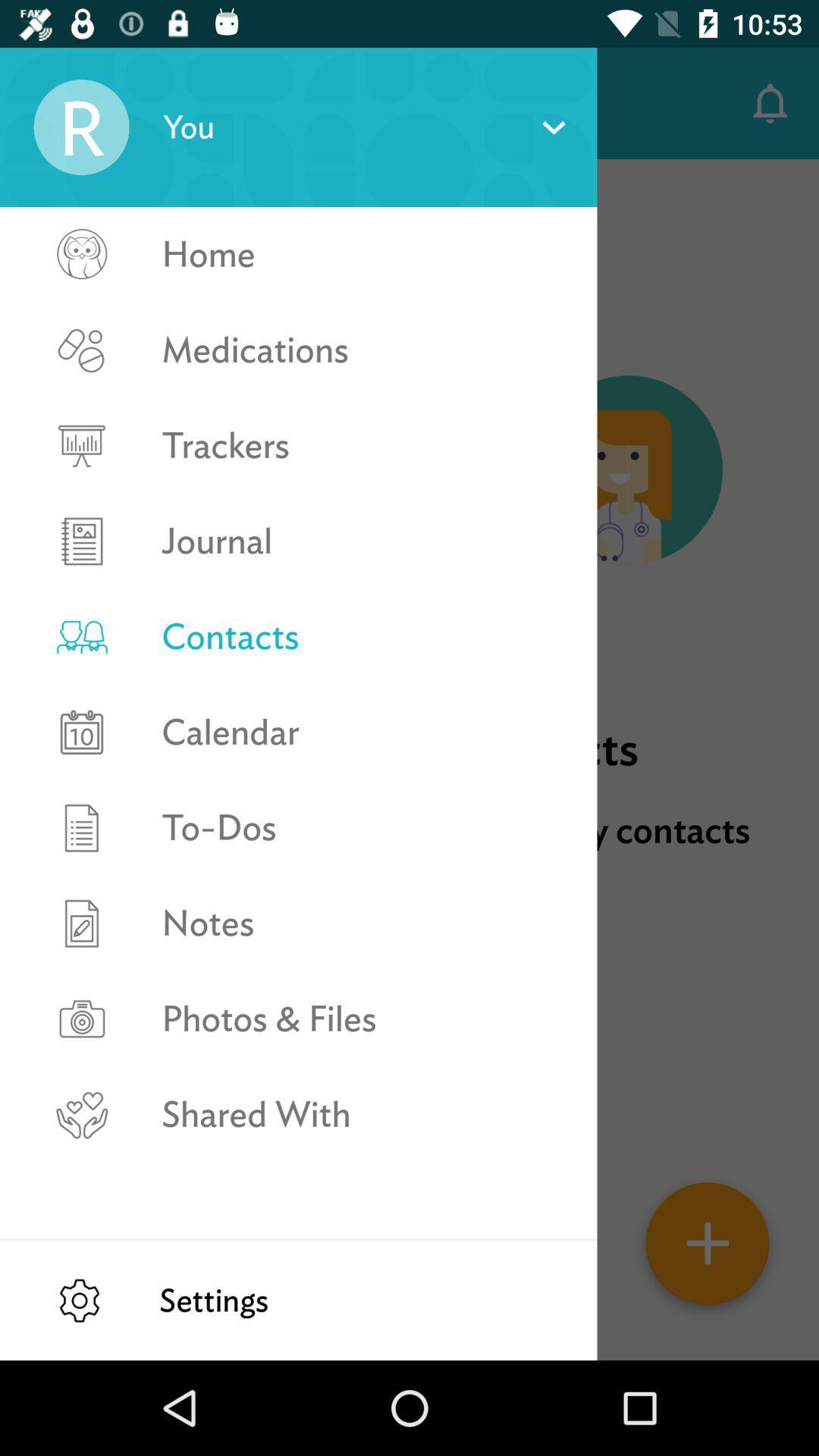  What do you see at coordinates (363, 444) in the screenshot?
I see `icon above journal item` at bounding box center [363, 444].